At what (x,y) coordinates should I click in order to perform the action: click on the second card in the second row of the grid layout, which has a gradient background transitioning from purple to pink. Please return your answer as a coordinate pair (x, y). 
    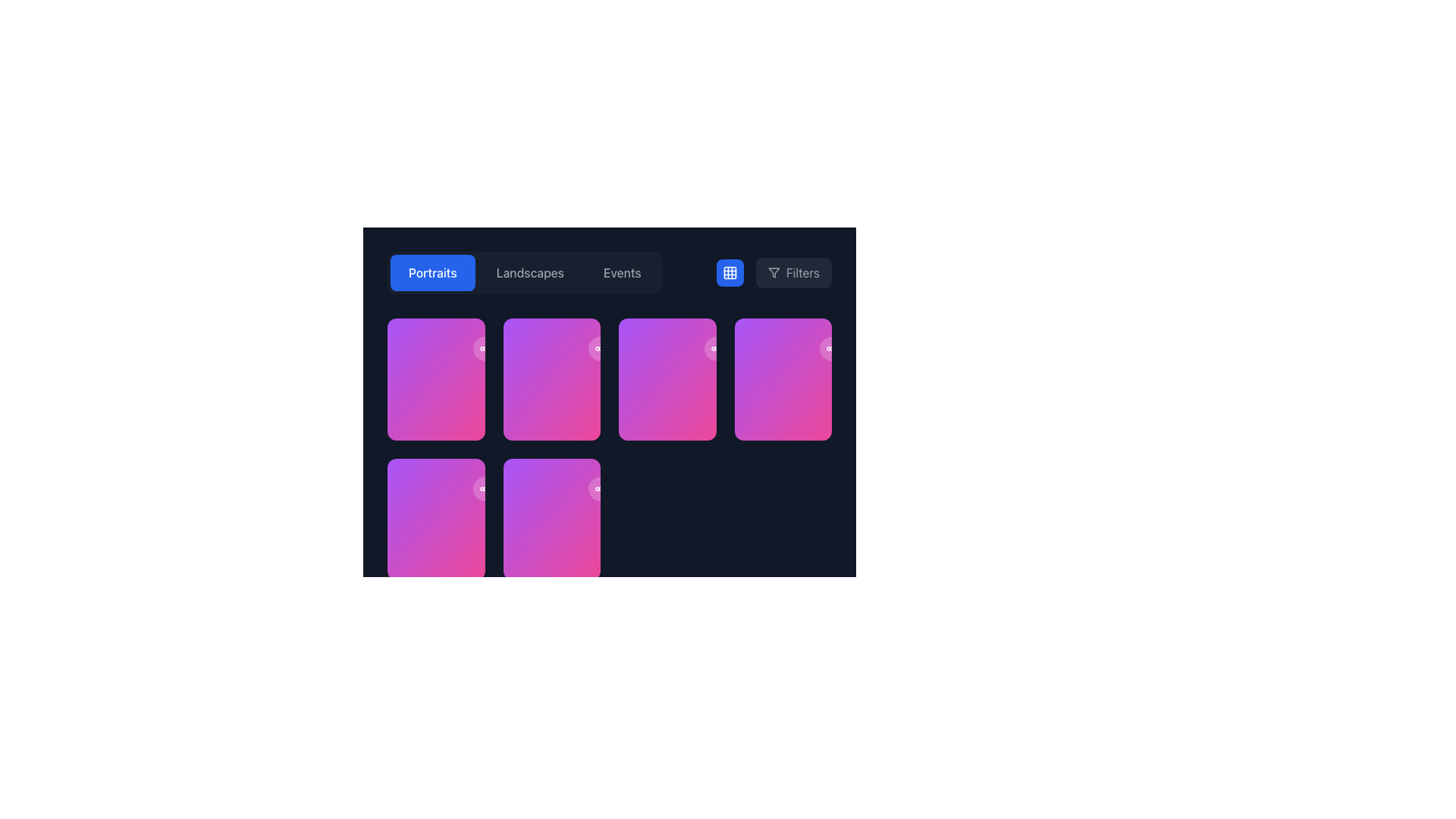
    Looking at the image, I should click on (551, 378).